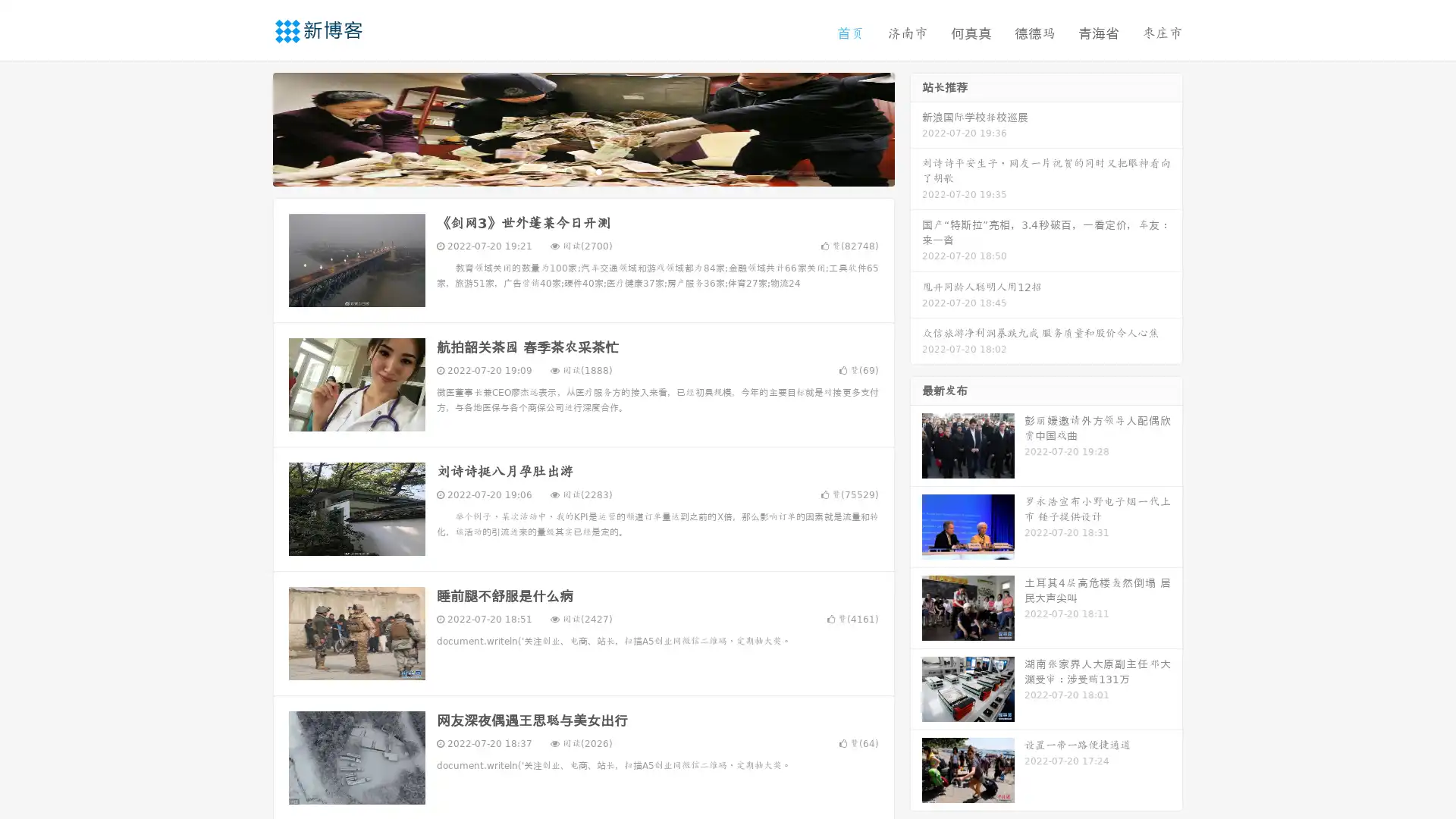 Image resolution: width=1456 pixels, height=819 pixels. I want to click on Previous slide, so click(250, 127).